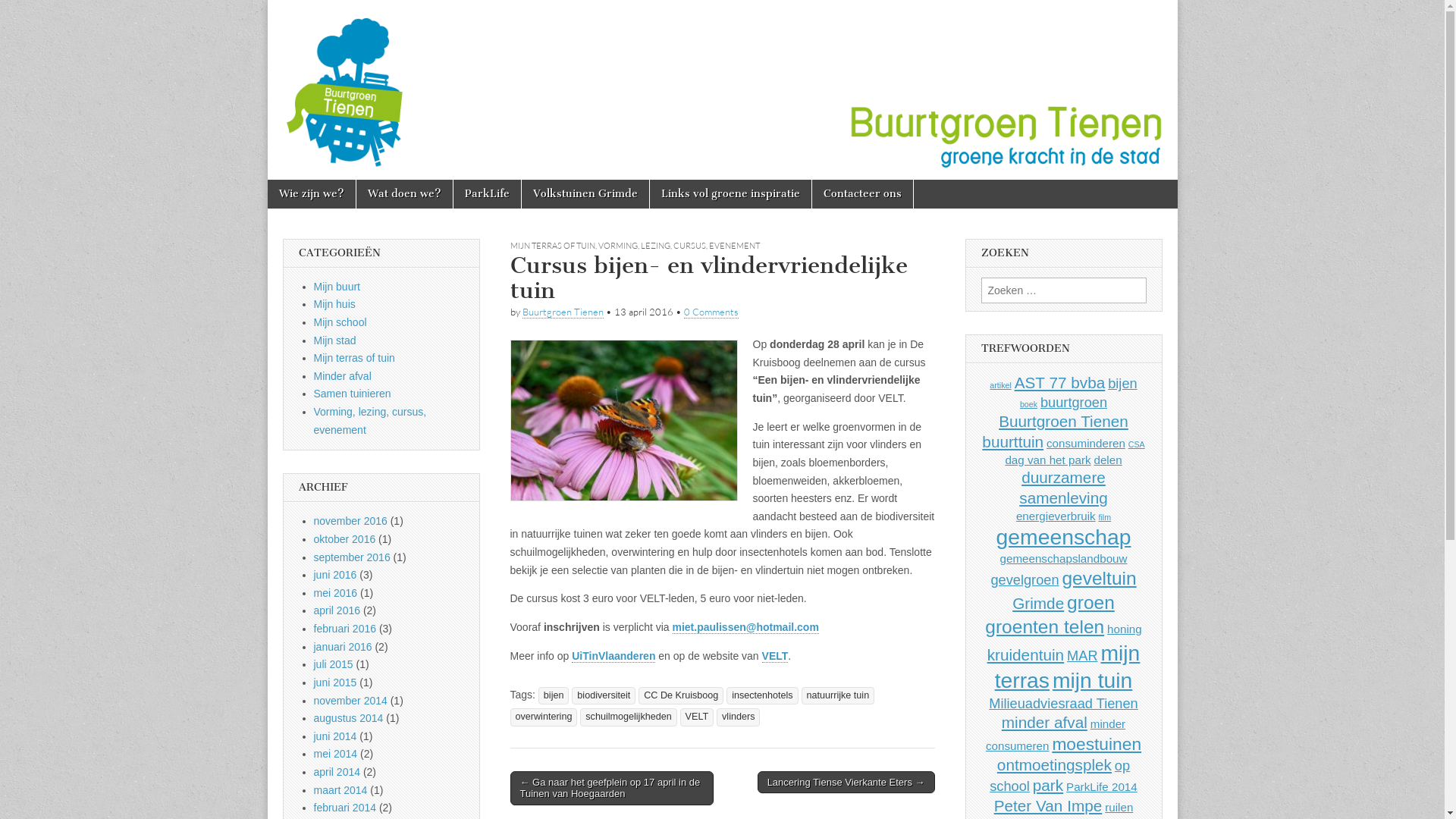 This screenshot has height=819, width=1456. What do you see at coordinates (1062, 536) in the screenshot?
I see `'gemeenschap'` at bounding box center [1062, 536].